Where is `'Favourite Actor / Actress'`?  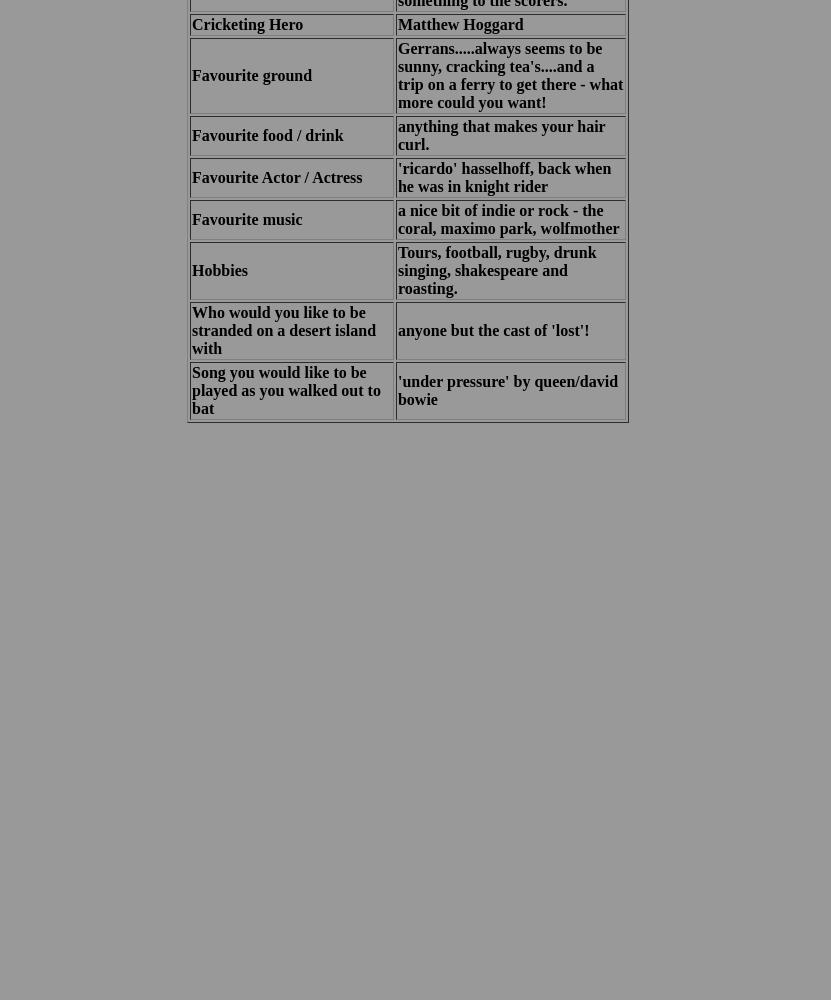
'Favourite Actor / Actress' is located at coordinates (275, 177).